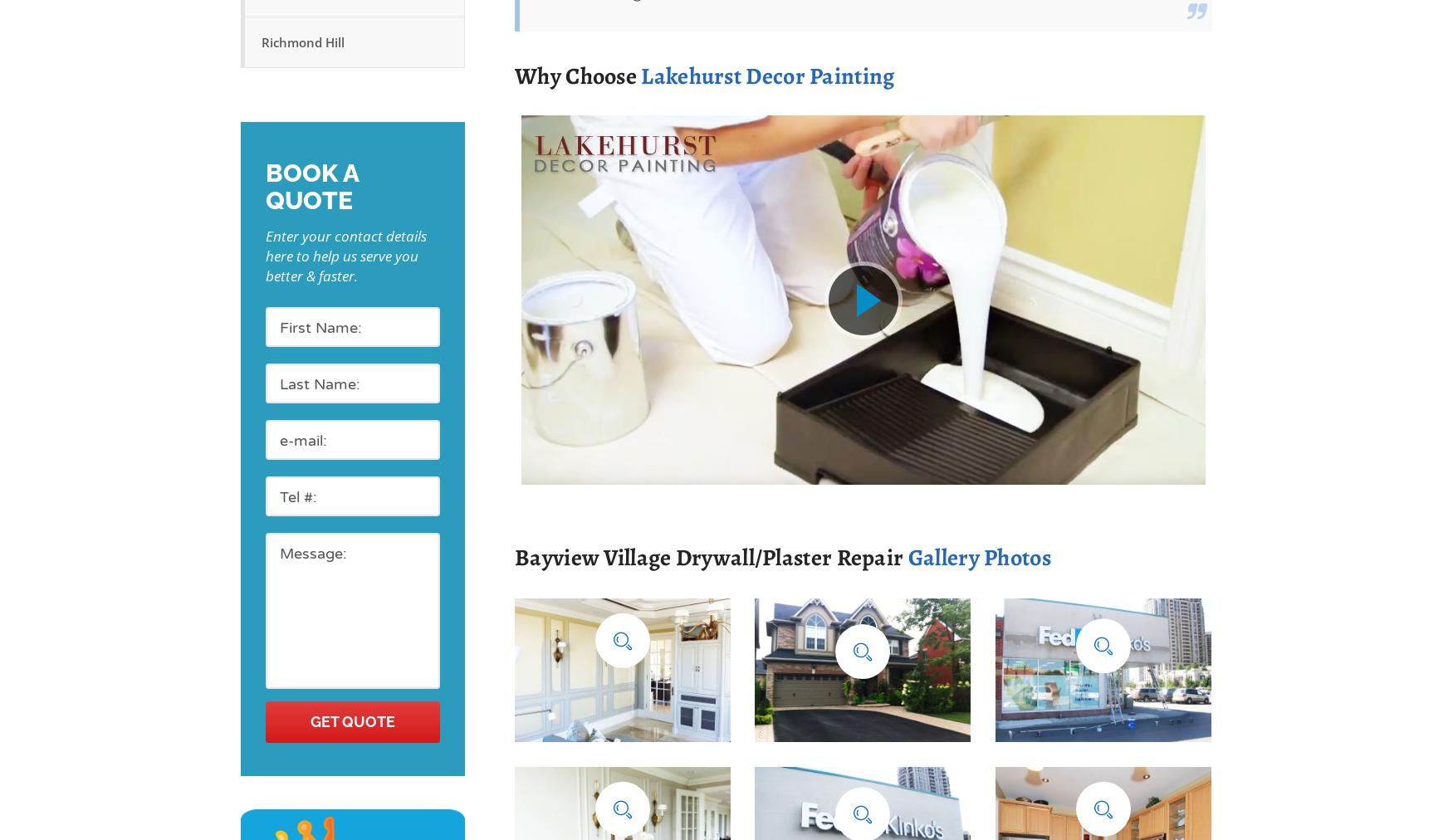  I want to click on '• Before', so click(1037, 708).